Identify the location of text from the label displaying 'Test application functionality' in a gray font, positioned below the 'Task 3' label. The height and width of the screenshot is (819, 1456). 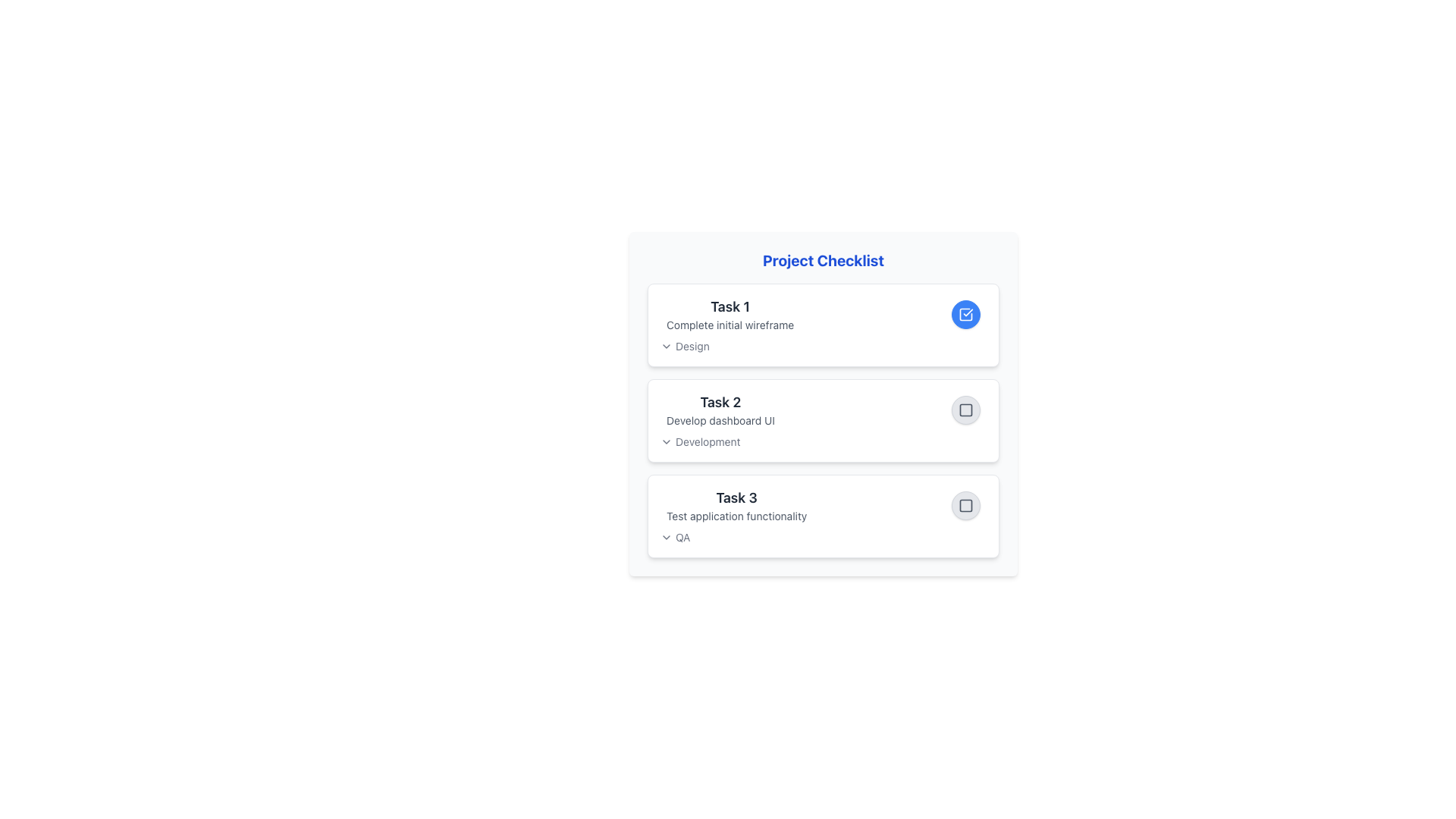
(736, 516).